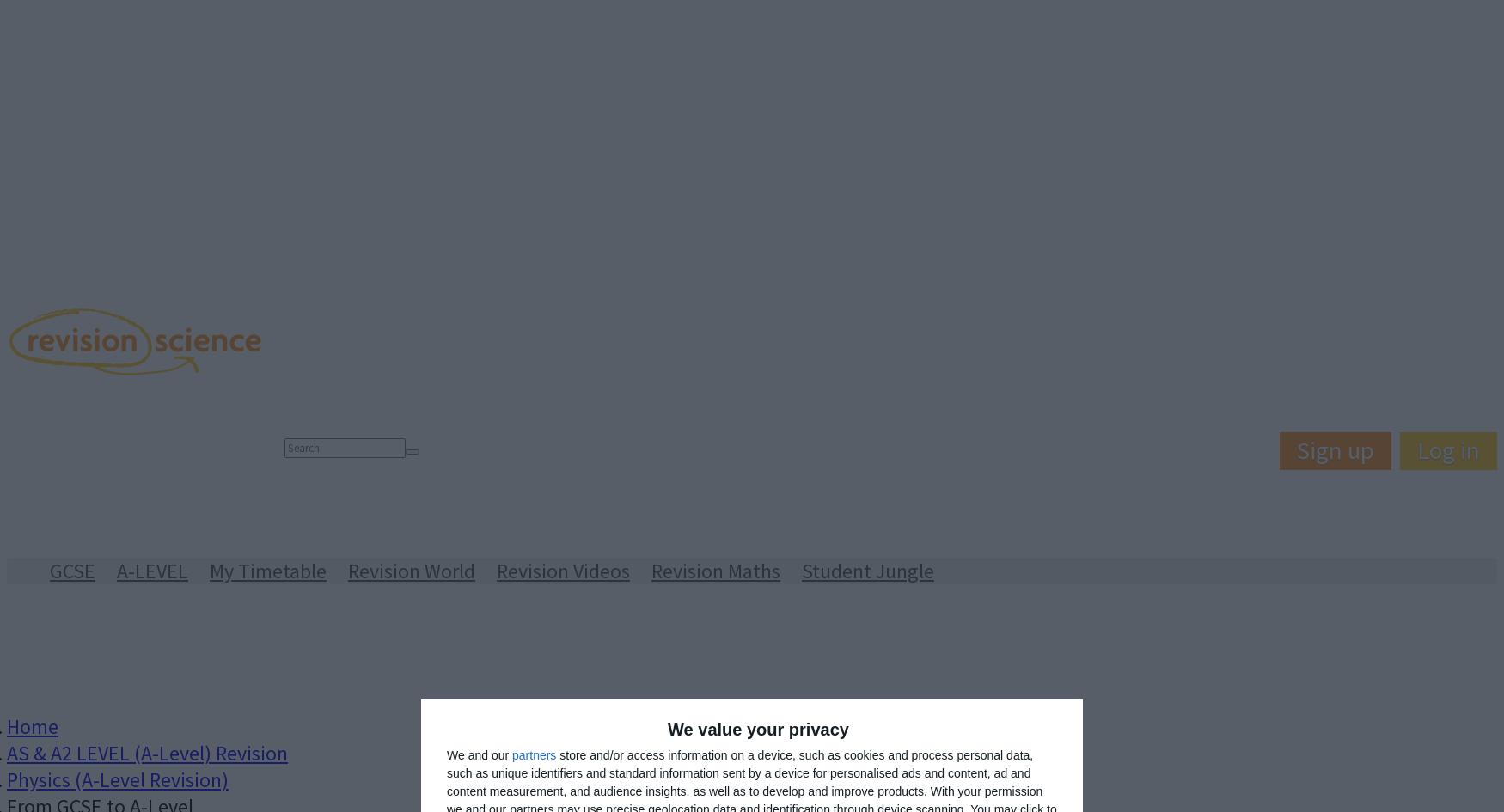 This screenshot has height=812, width=1504. I want to click on 'Home', so click(6, 726).